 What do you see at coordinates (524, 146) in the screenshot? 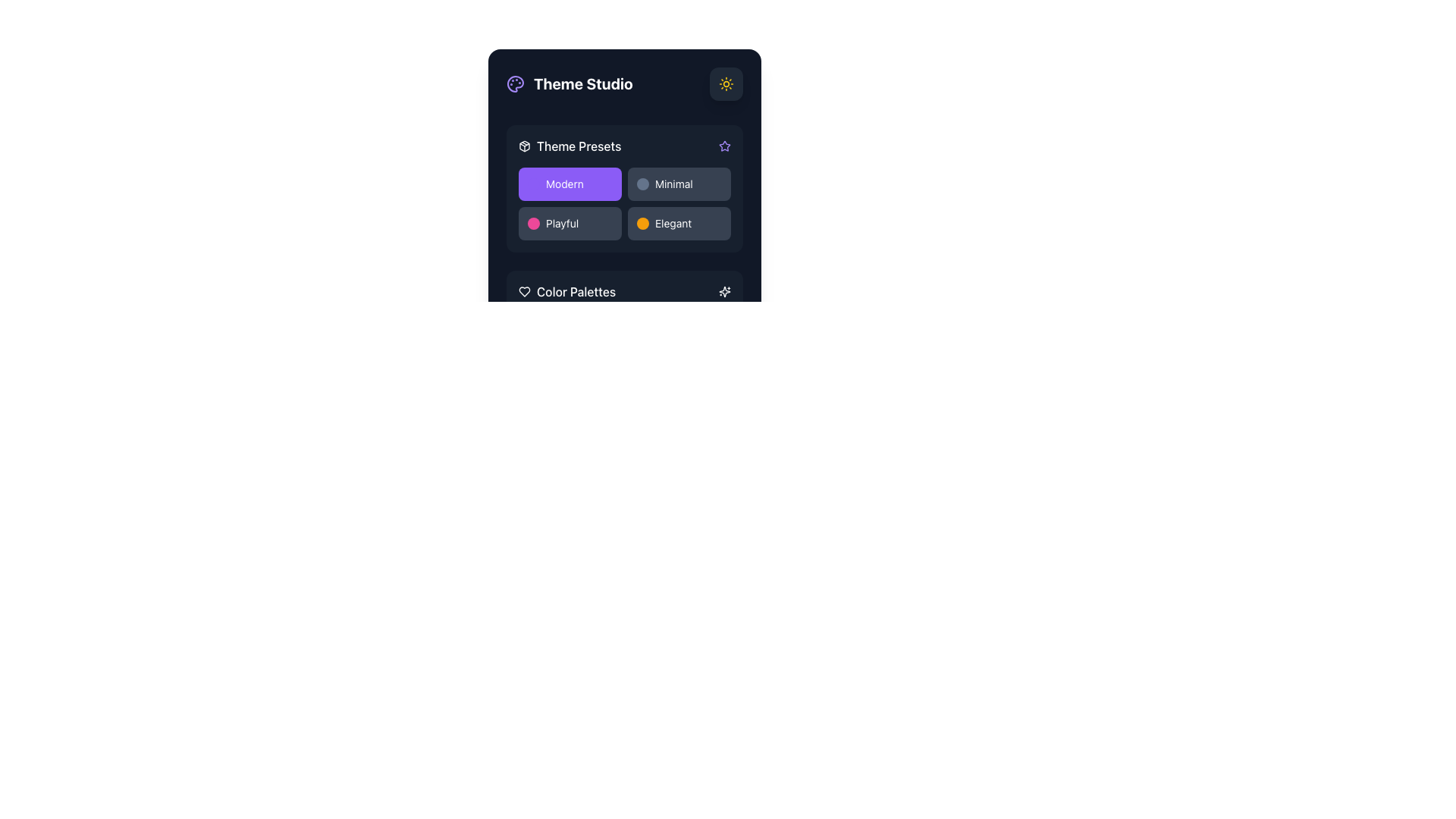
I see `the 'Theme Presets' icon located to the left of the text 'Theme Presets' in the top-left corner of the section` at bounding box center [524, 146].